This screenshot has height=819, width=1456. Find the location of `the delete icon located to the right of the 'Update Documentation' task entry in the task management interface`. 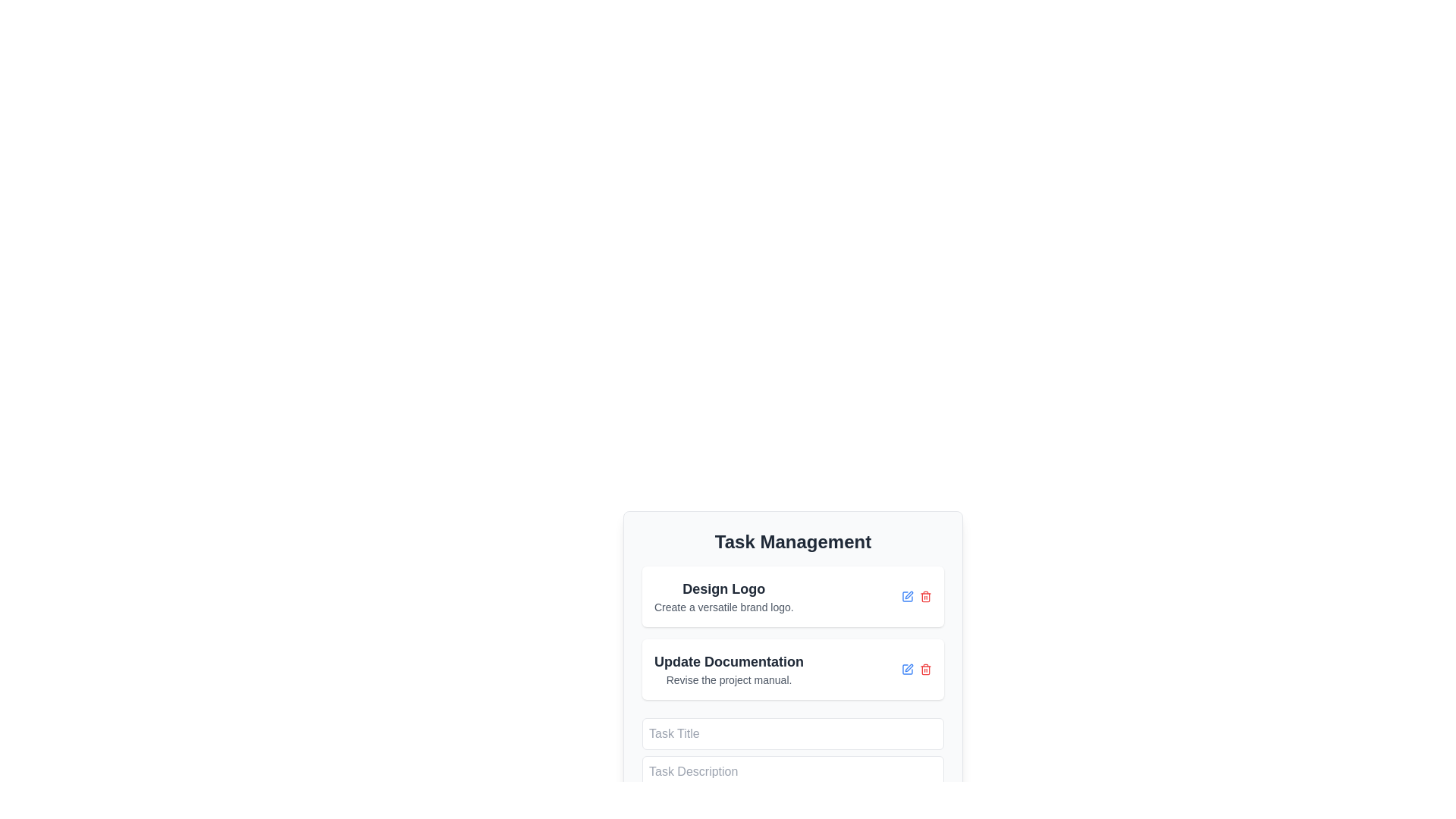

the delete icon located to the right of the 'Update Documentation' task entry in the task management interface is located at coordinates (924, 595).